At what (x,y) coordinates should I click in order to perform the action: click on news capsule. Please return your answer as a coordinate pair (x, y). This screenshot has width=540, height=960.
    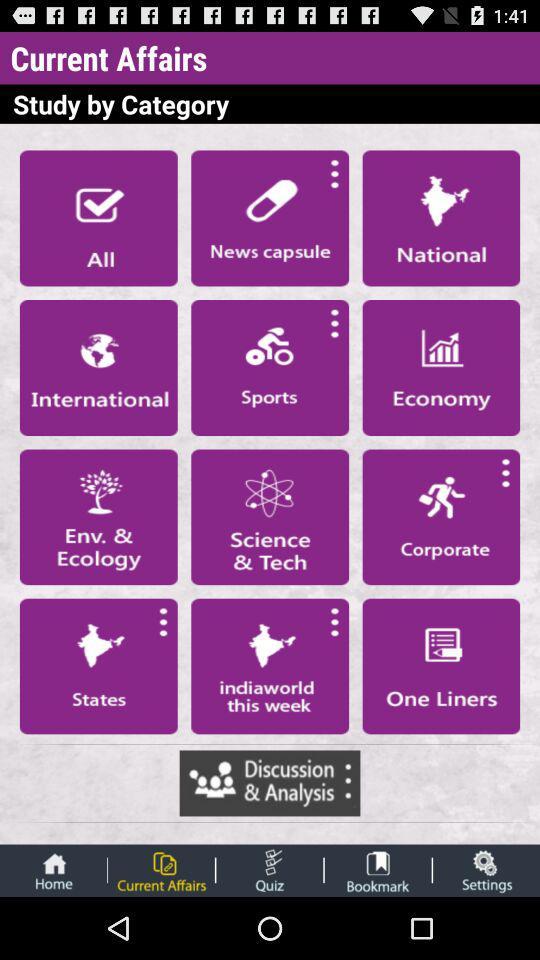
    Looking at the image, I should click on (270, 218).